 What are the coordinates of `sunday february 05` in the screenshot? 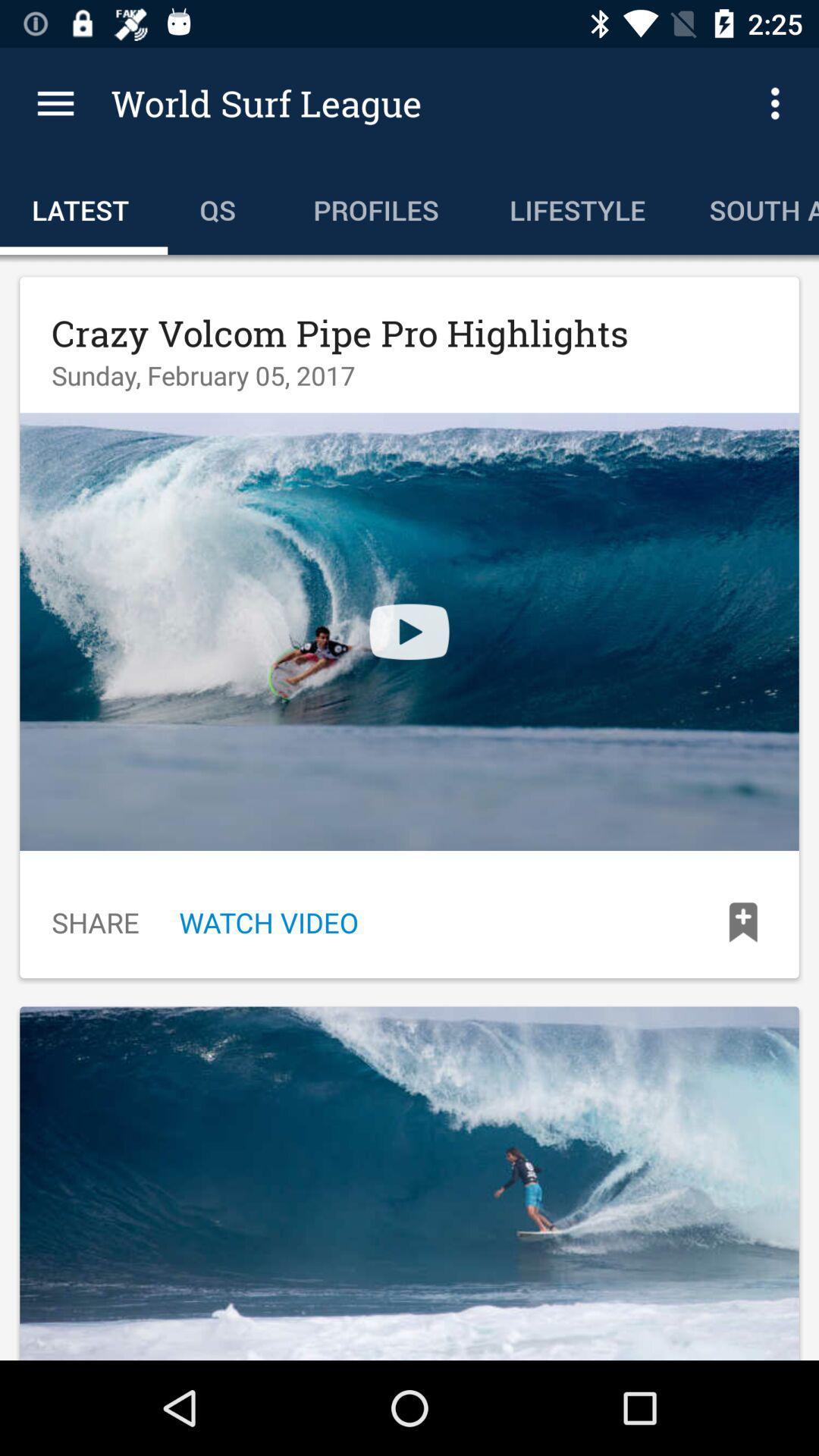 It's located at (202, 375).